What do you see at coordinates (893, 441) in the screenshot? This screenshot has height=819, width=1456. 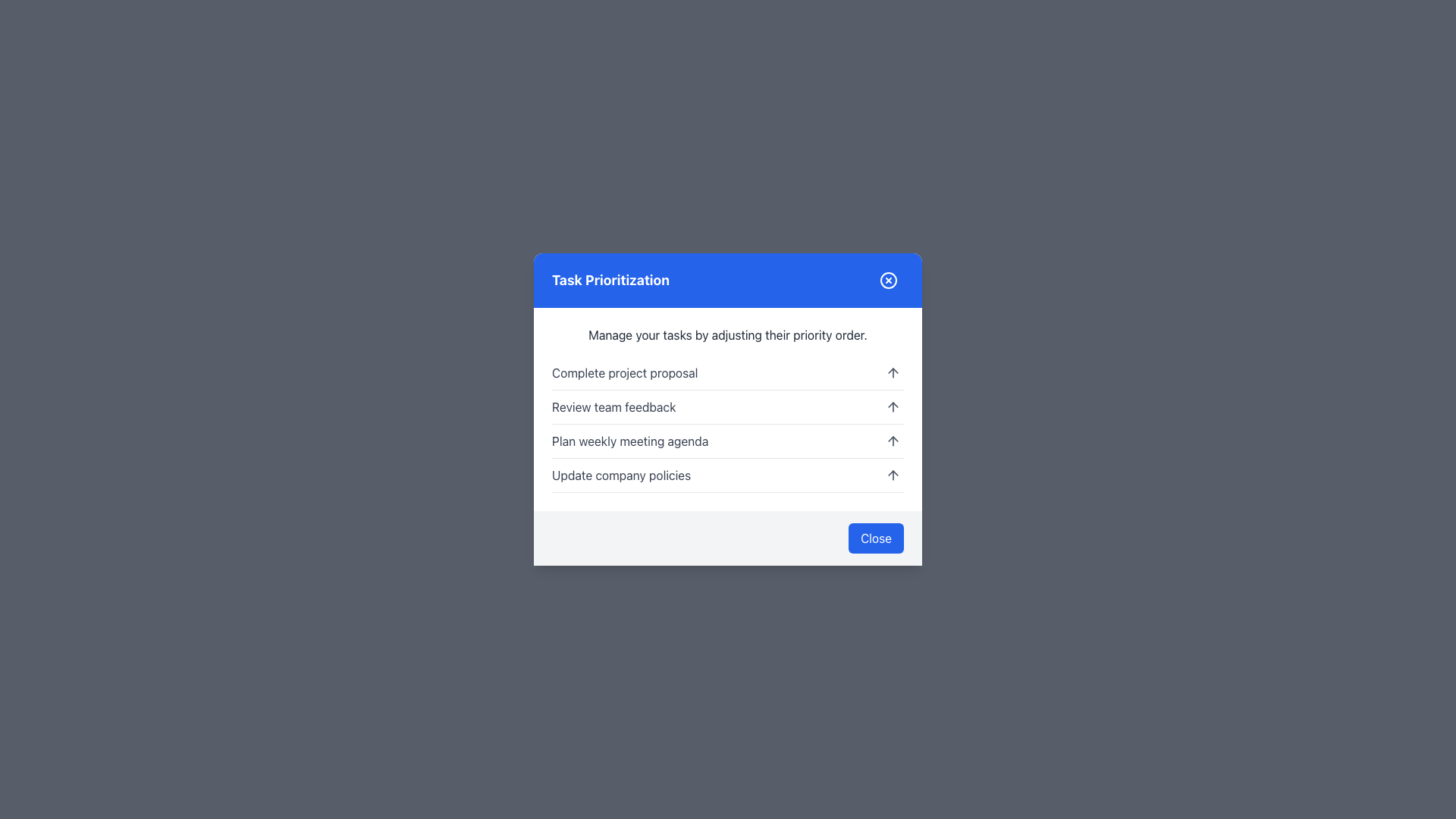 I see `the icon button with an upward arrow` at bounding box center [893, 441].